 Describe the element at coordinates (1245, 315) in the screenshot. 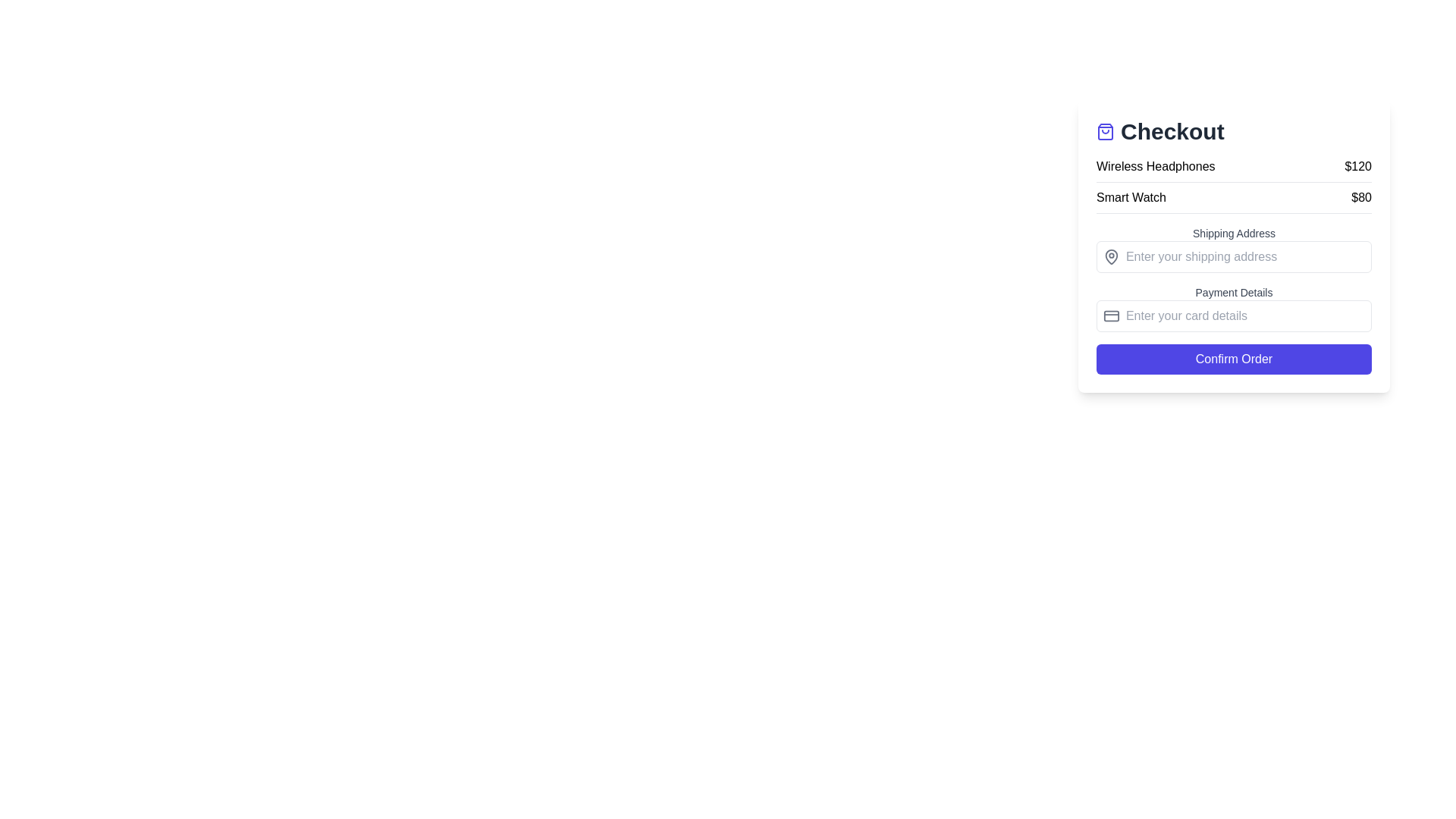

I see `on the text input field for card details located in the 'Payment Details' section` at that location.